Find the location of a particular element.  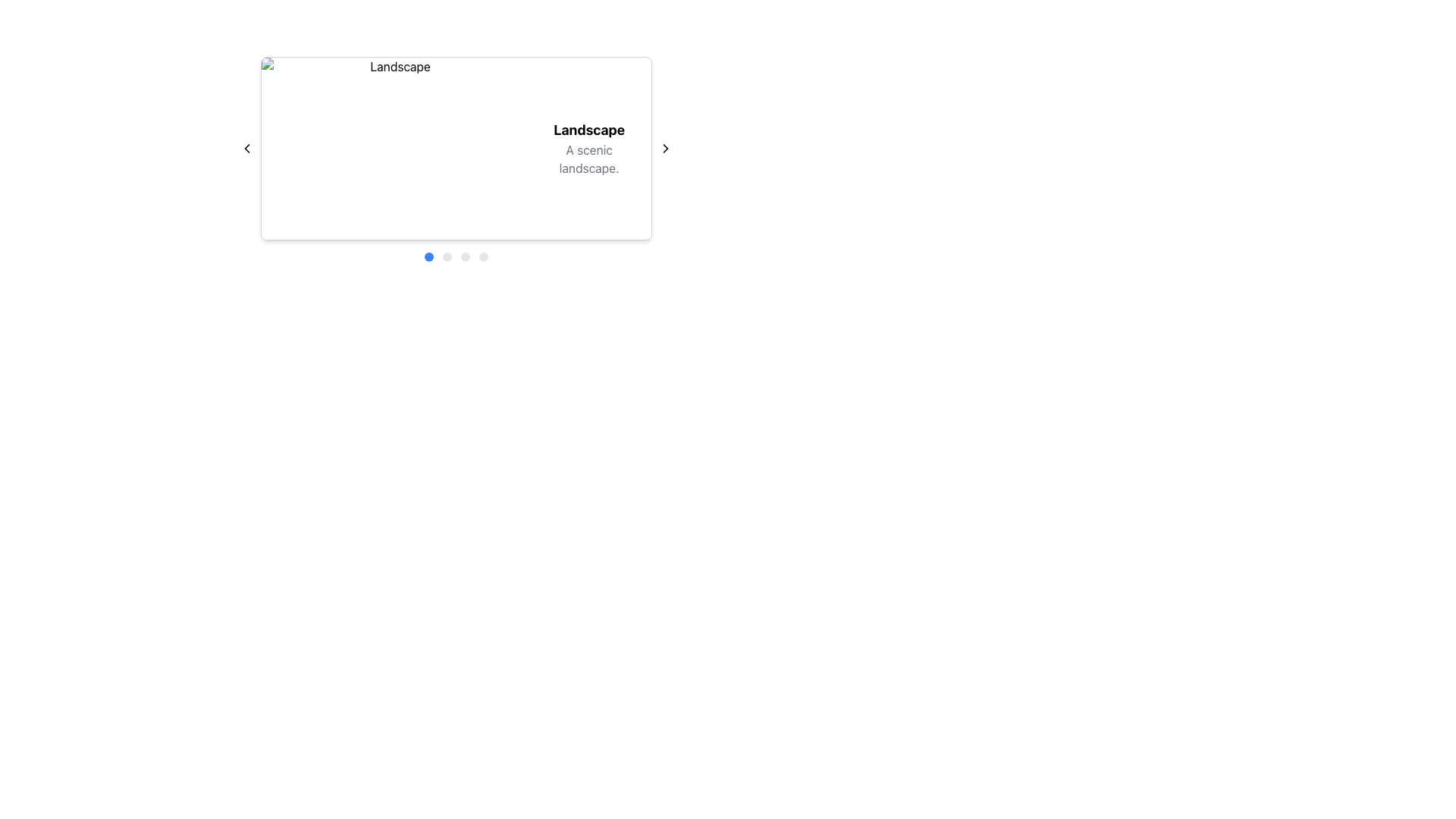

the left-facing chevron icon button within the card titled 'Landscape: A scenic landscape' to activate the hover effect is located at coordinates (247, 149).